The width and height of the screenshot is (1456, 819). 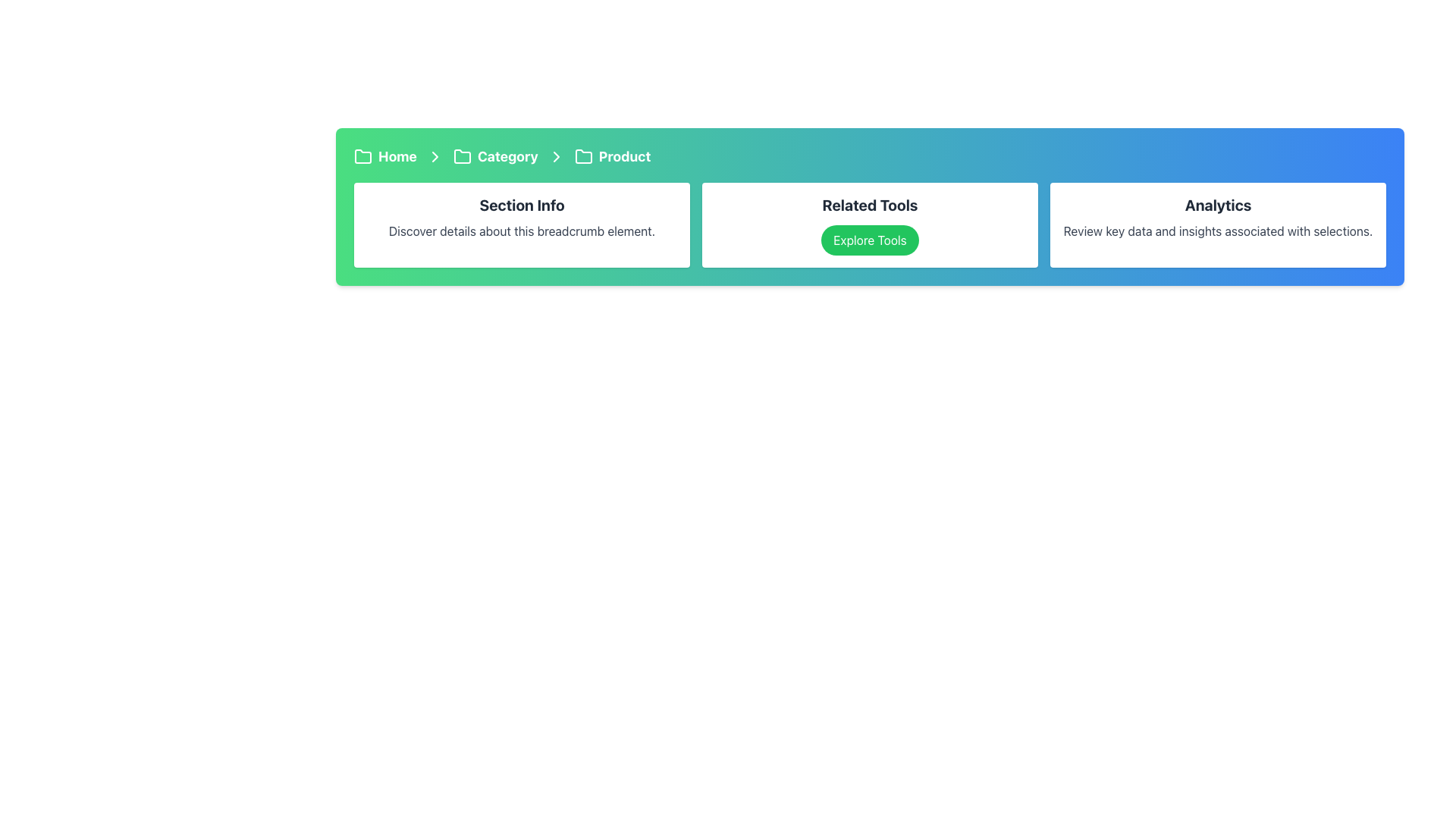 I want to click on the chevron-shaped arrow icon pointing to the right, which is located in the breadcrumb navigation bar between the 'Home' and 'Category' labels, so click(x=434, y=157).